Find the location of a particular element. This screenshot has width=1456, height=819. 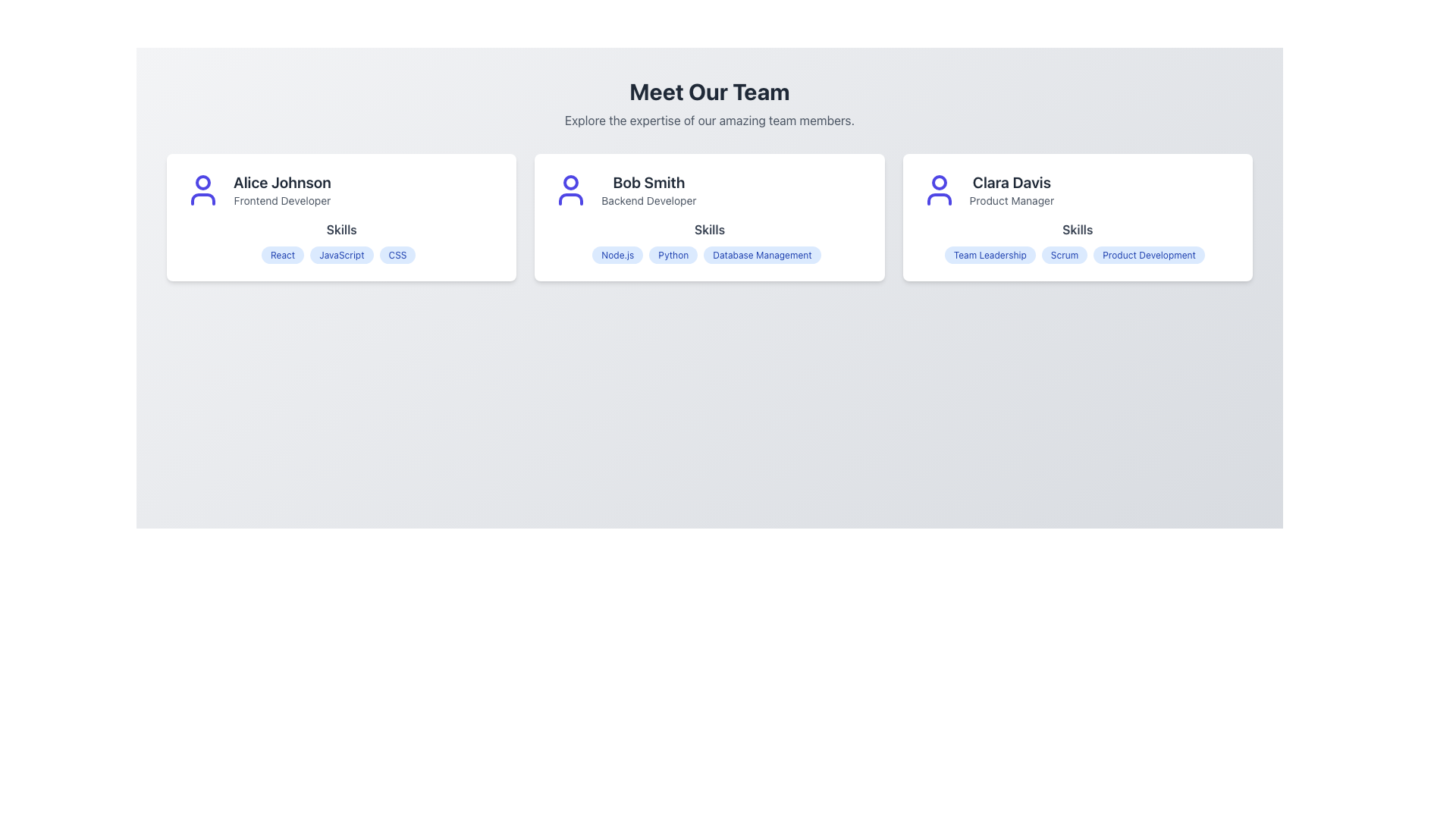

the team member card for Bob Smith, which displays his role as a Backend Developer and skills in a visually appealing format, positioned centrally between the cards for Alice Johnson and Clara Davis in the 'Meet Our Team' section is located at coordinates (709, 217).